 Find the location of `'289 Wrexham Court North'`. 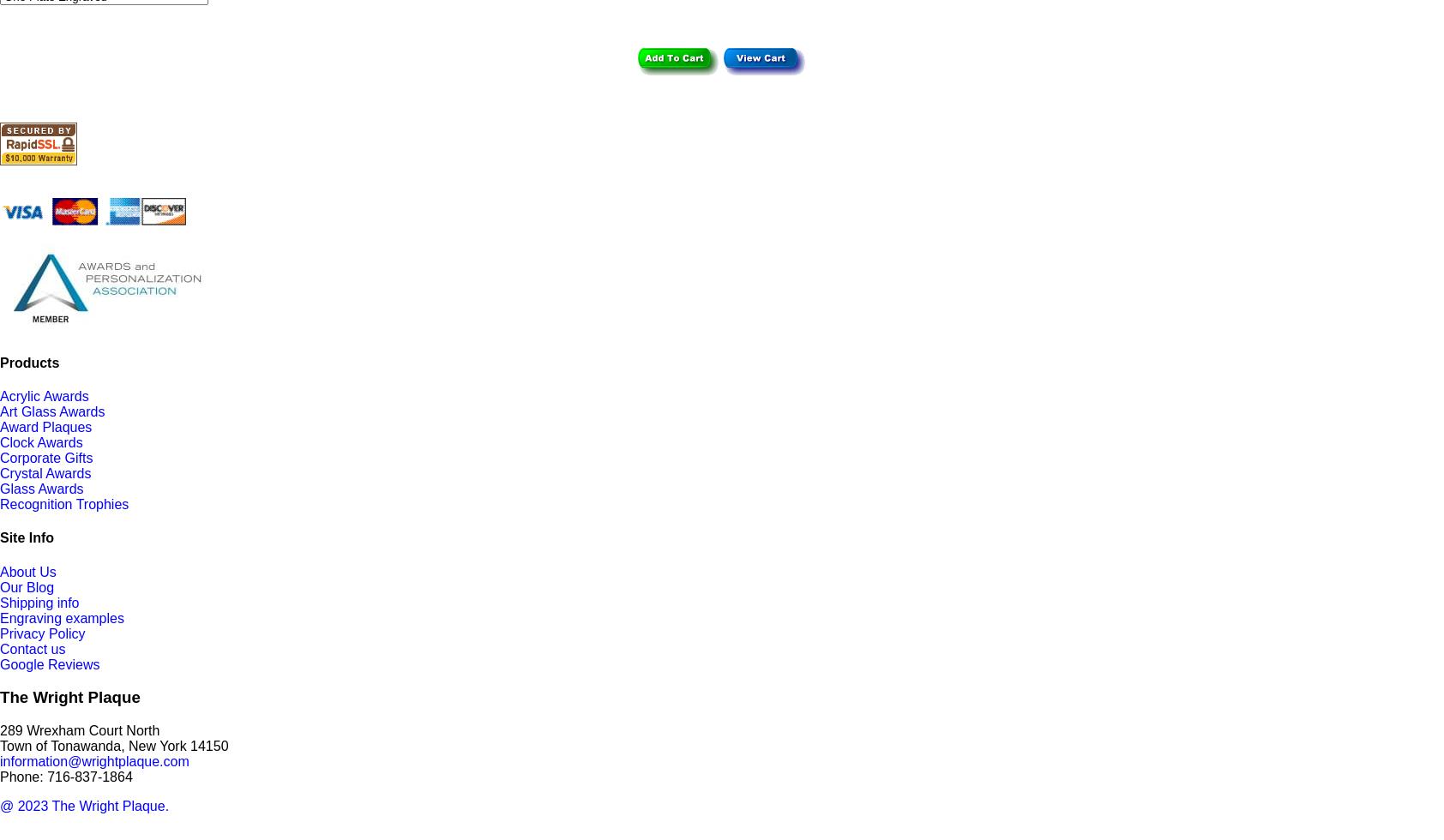

'289 Wrexham Court North' is located at coordinates (78, 730).